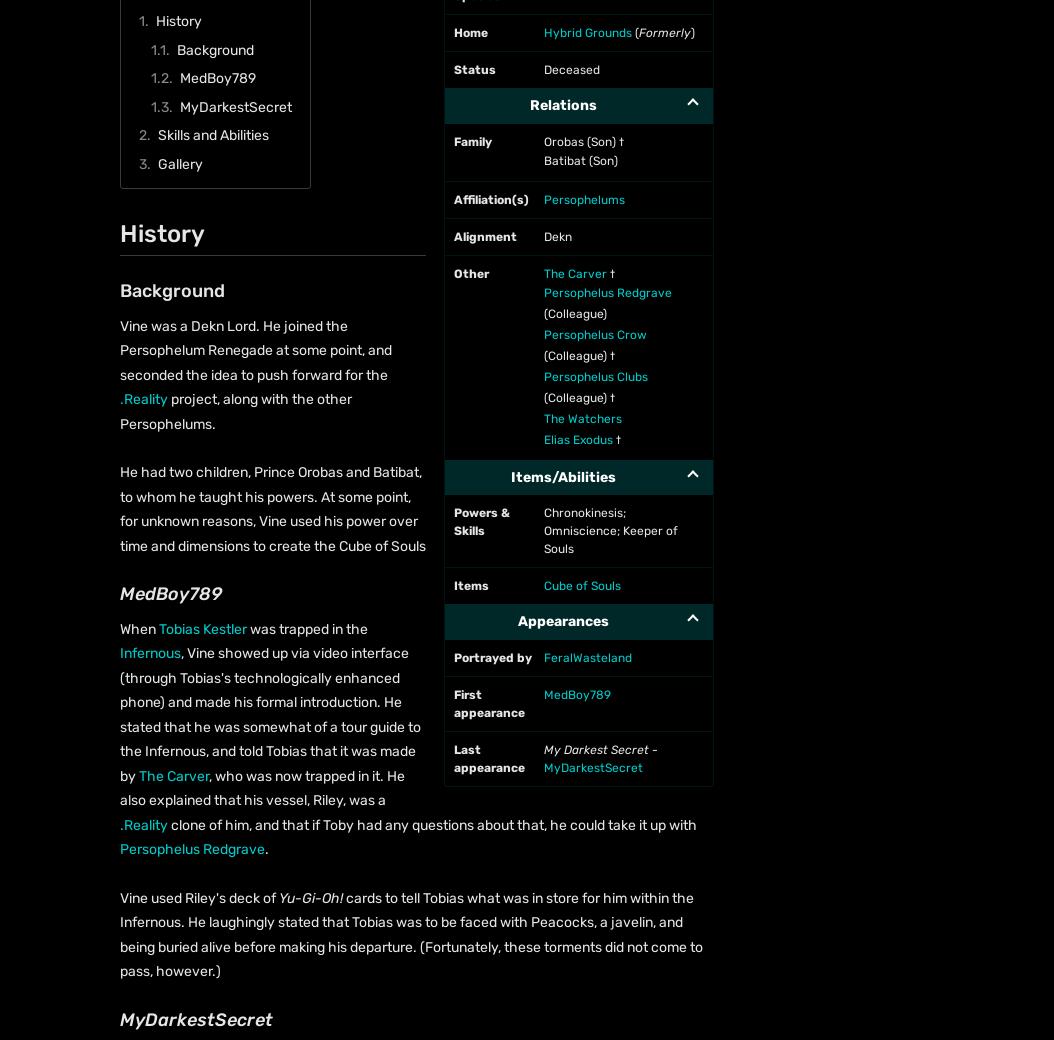 The image size is (1054, 1040). What do you see at coordinates (473, 253) in the screenshot?
I see `'Terms of Use'` at bounding box center [473, 253].